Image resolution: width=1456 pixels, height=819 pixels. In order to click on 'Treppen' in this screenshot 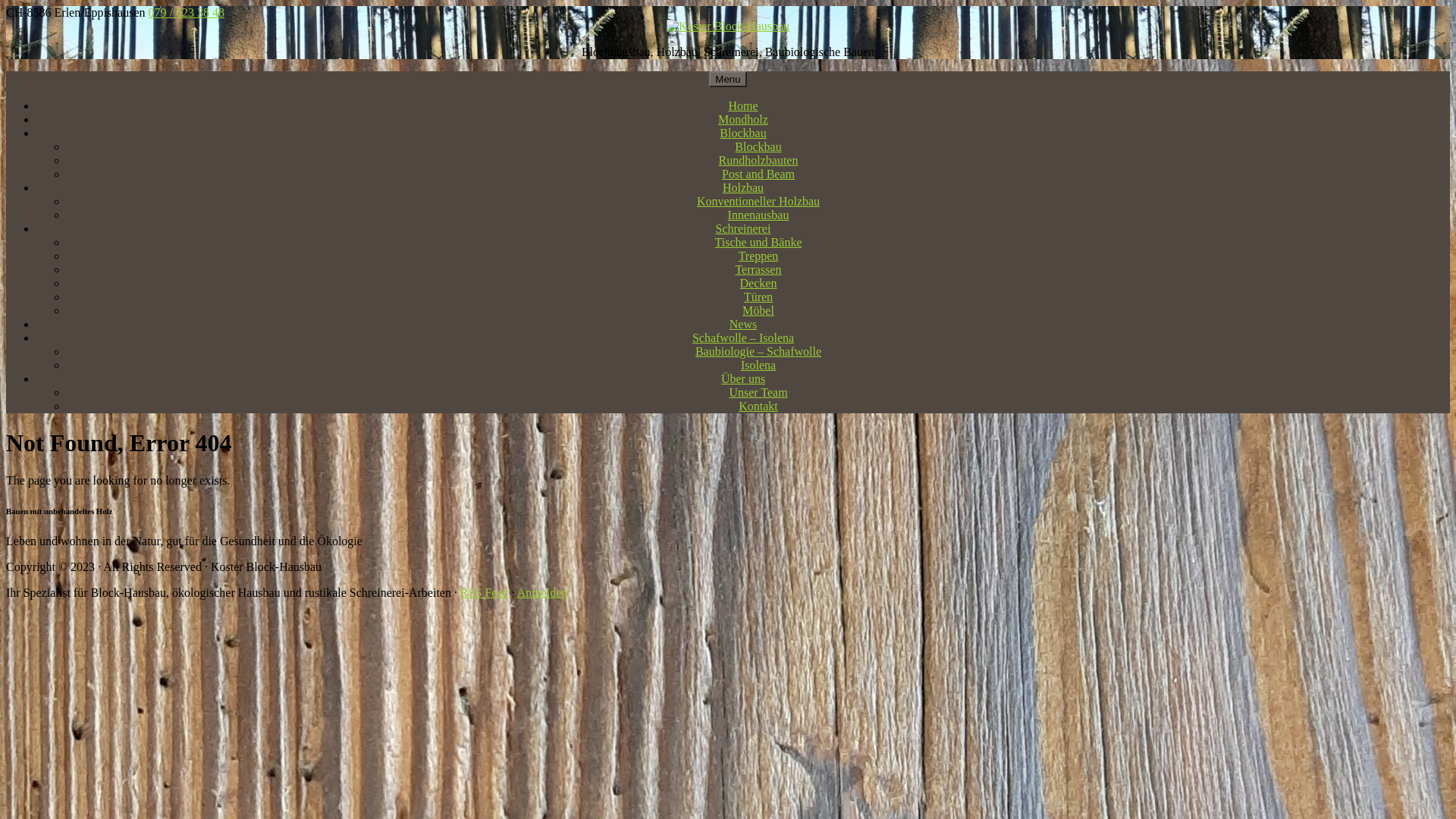, I will do `click(758, 255)`.